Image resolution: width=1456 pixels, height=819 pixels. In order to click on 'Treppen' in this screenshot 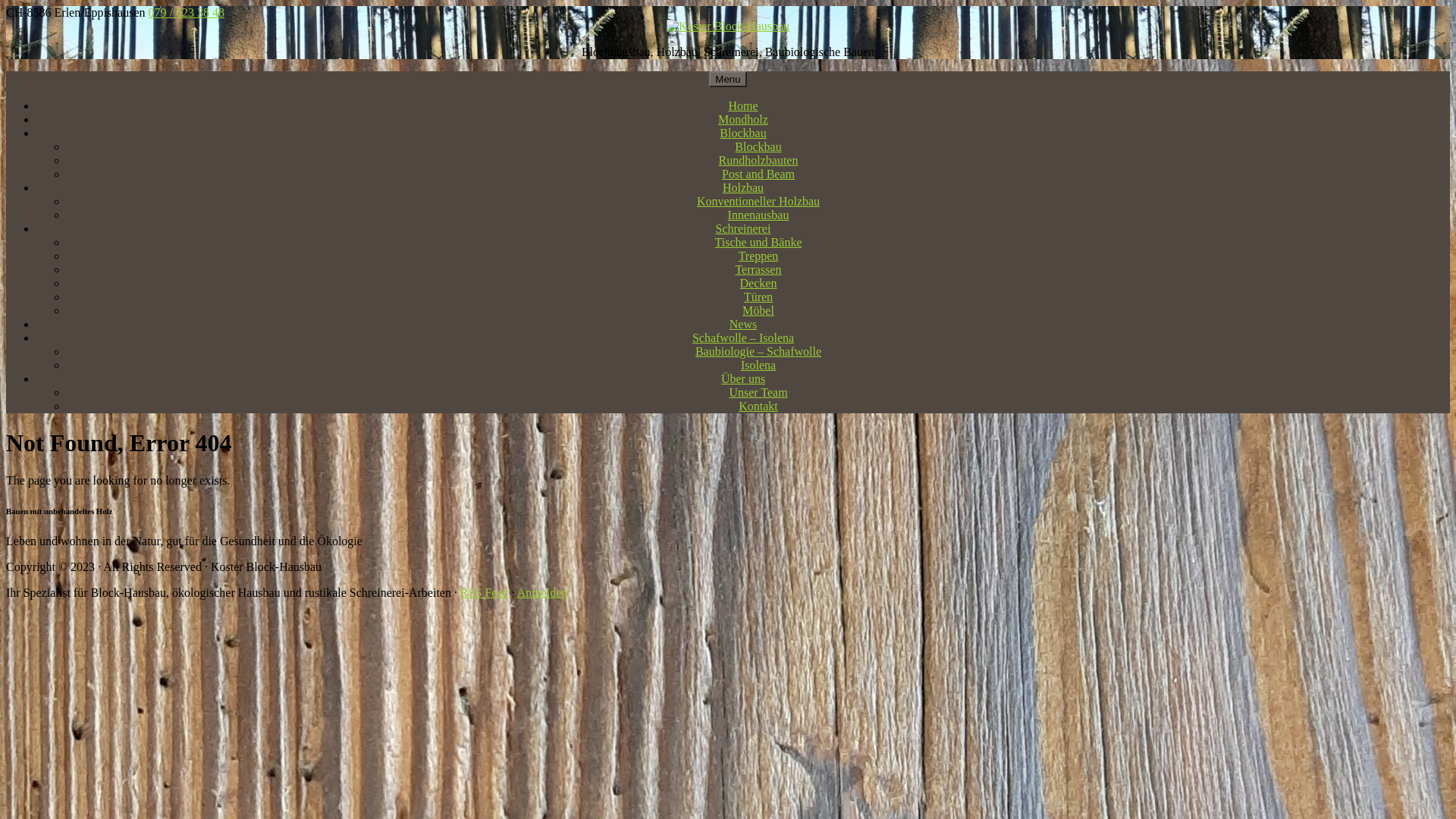, I will do `click(758, 255)`.